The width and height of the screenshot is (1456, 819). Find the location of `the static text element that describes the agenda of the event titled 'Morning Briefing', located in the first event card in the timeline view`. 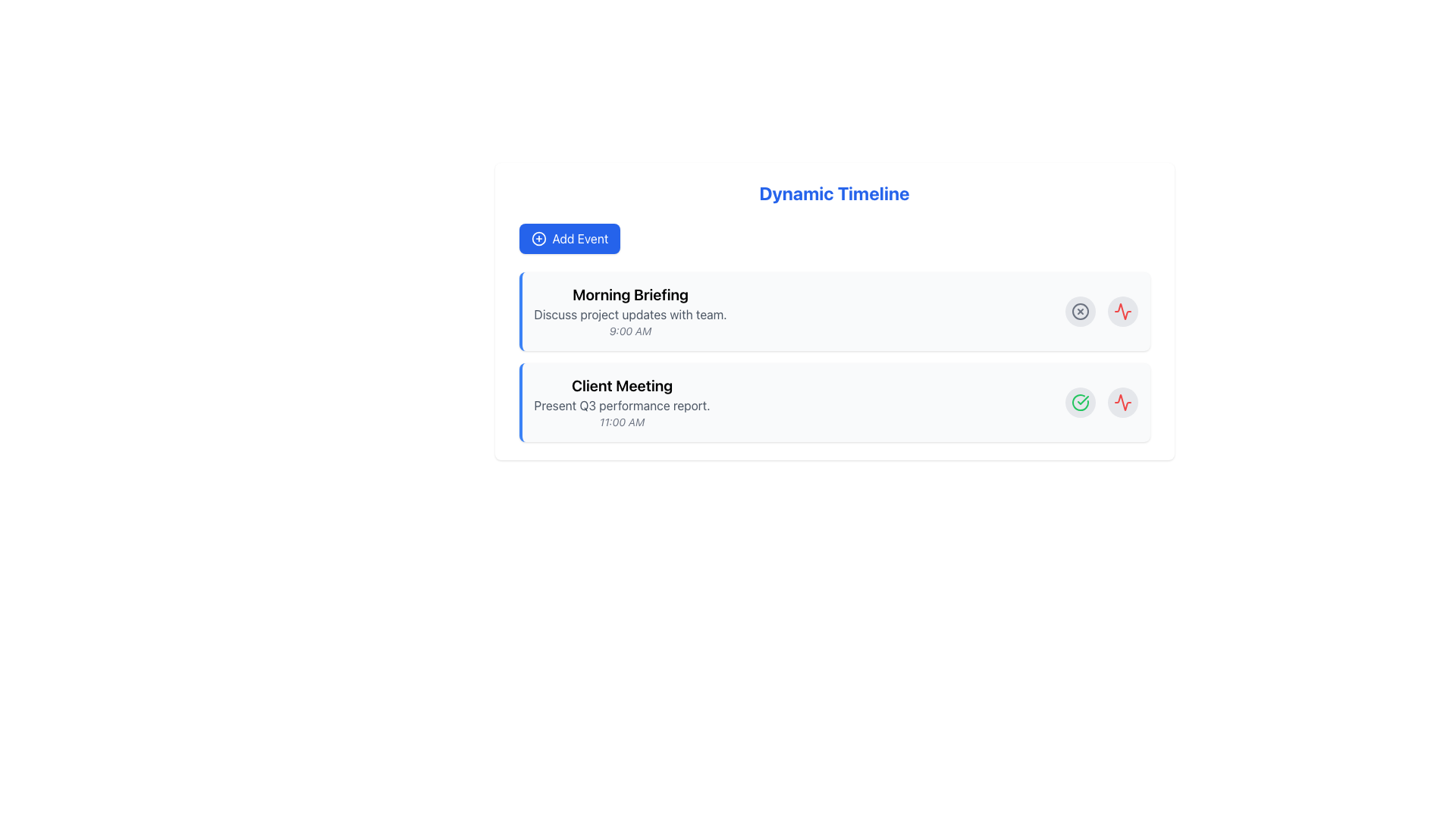

the static text element that describes the agenda of the event titled 'Morning Briefing', located in the first event card in the timeline view is located at coordinates (630, 314).